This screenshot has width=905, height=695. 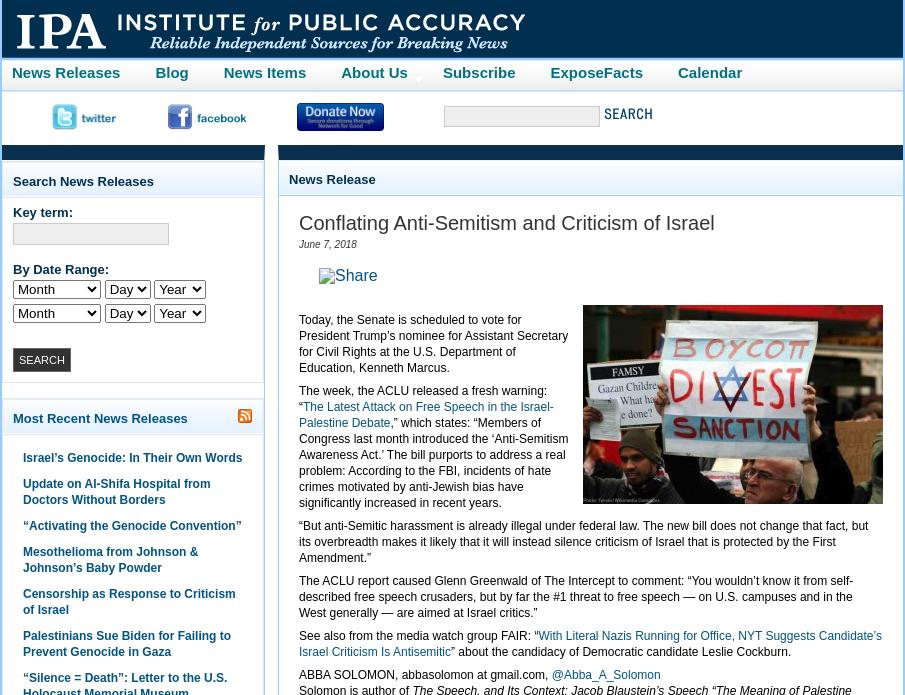 What do you see at coordinates (127, 602) in the screenshot?
I see `'Censorship as Response to Criticism of Israel'` at bounding box center [127, 602].